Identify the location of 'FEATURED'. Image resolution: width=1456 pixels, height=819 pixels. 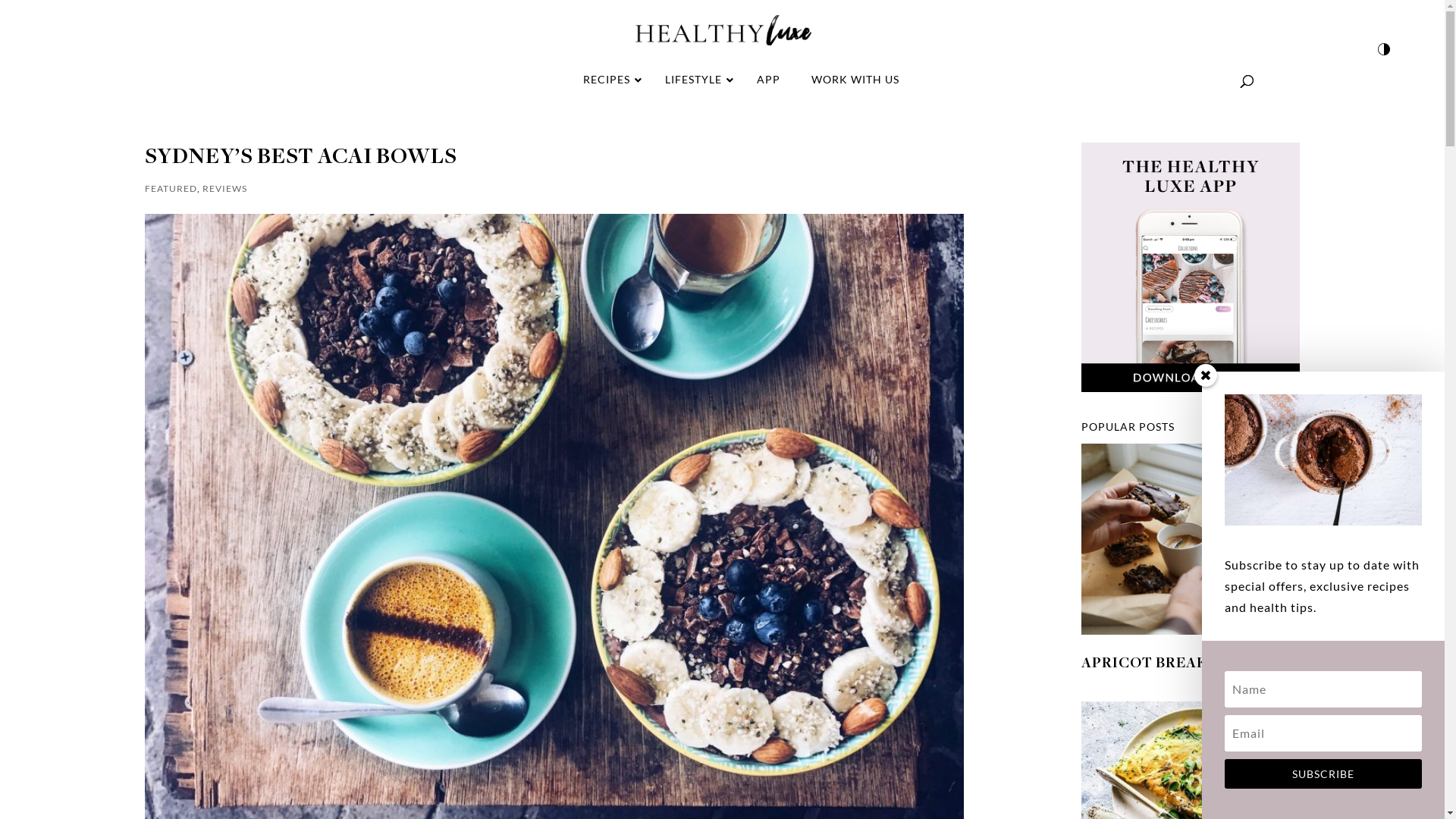
(170, 187).